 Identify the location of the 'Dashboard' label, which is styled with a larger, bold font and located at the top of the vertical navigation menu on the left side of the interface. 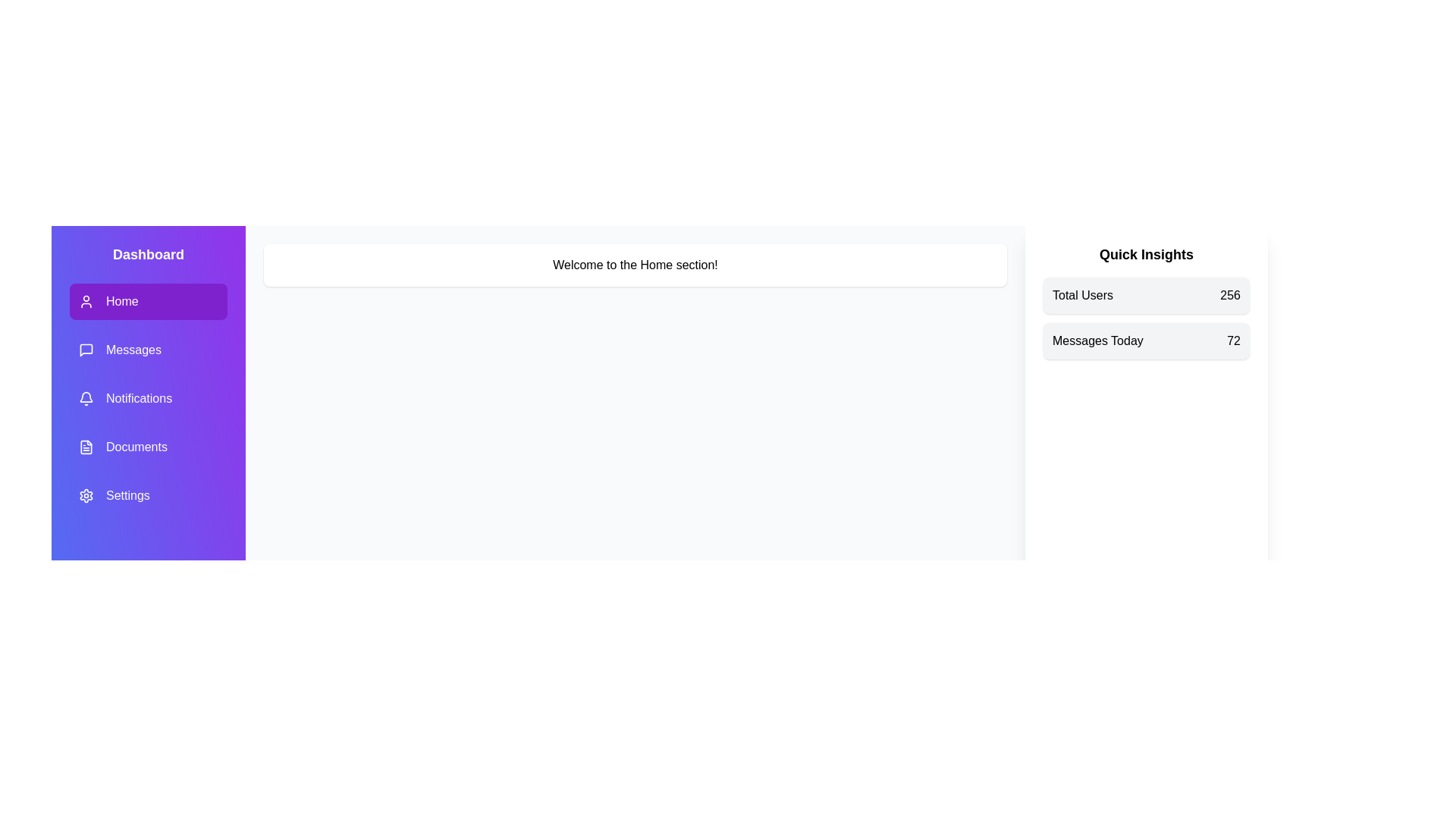
(149, 253).